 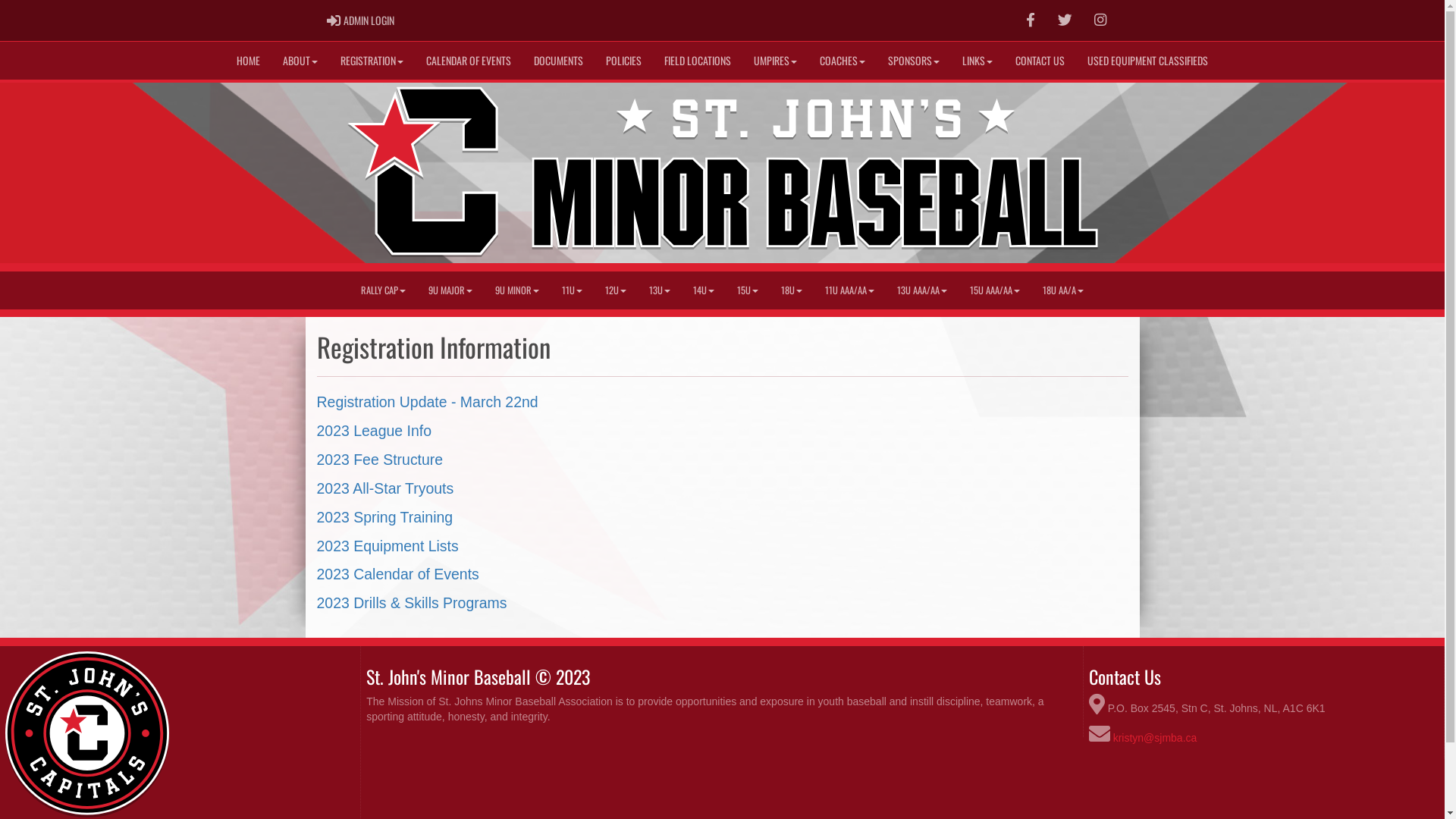 What do you see at coordinates (921, 290) in the screenshot?
I see `'13U AAA/AA'` at bounding box center [921, 290].